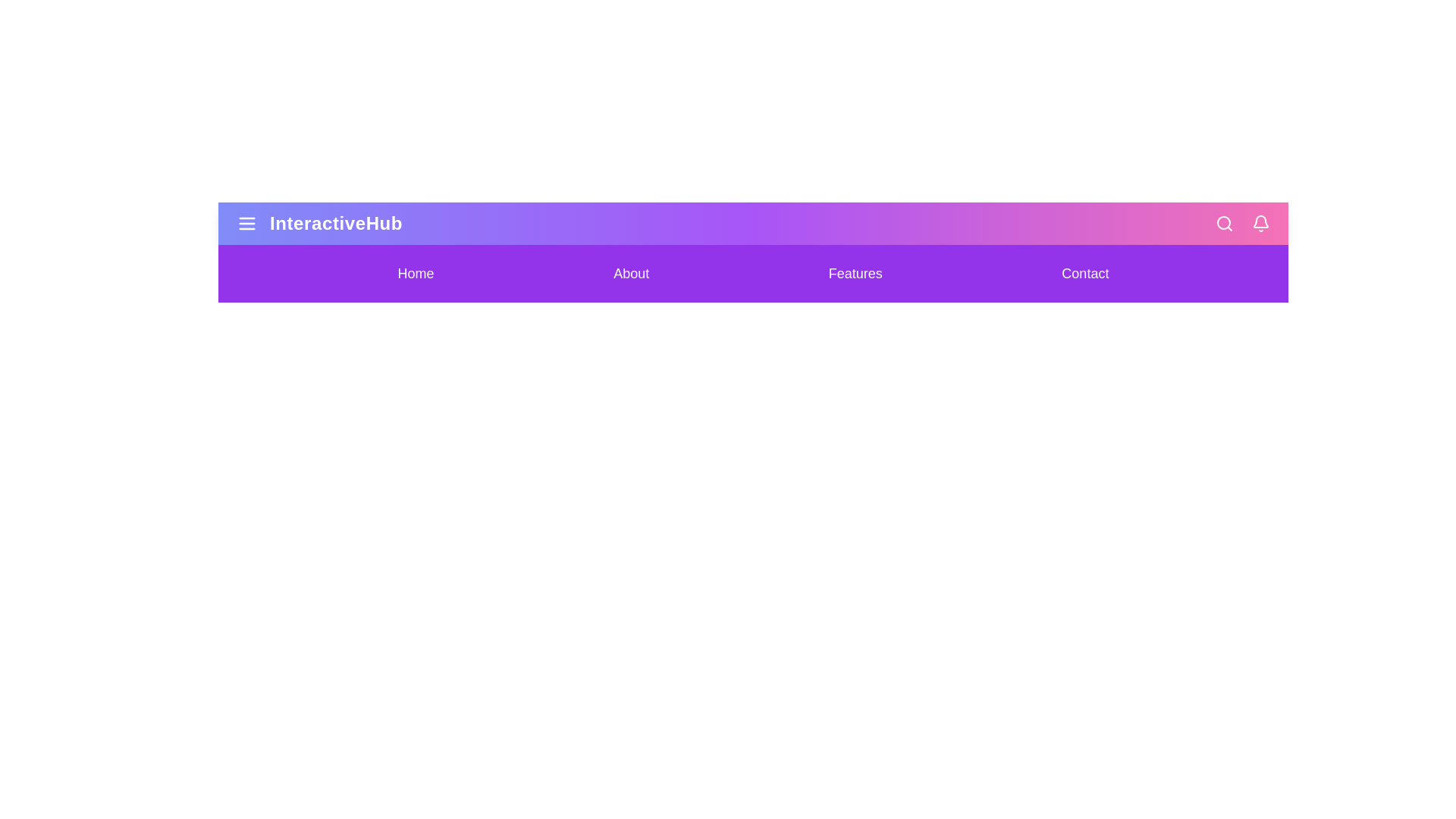  What do you see at coordinates (416, 274) in the screenshot?
I see `the navigation menu item Home` at bounding box center [416, 274].